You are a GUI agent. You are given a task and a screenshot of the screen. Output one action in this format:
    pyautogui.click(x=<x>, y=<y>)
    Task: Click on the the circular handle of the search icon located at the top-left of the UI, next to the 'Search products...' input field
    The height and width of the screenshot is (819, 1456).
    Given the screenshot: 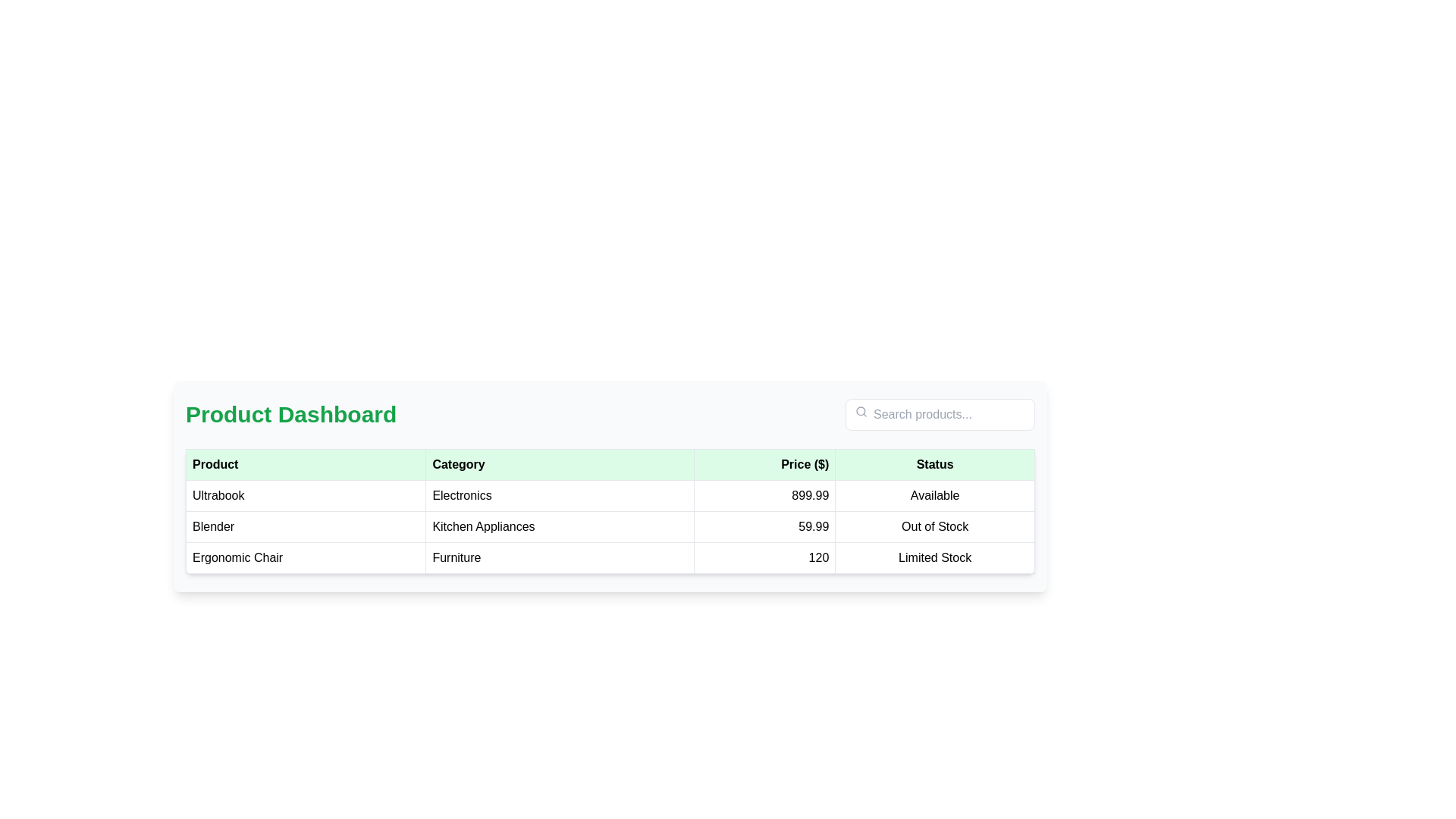 What is the action you would take?
    pyautogui.click(x=861, y=411)
    